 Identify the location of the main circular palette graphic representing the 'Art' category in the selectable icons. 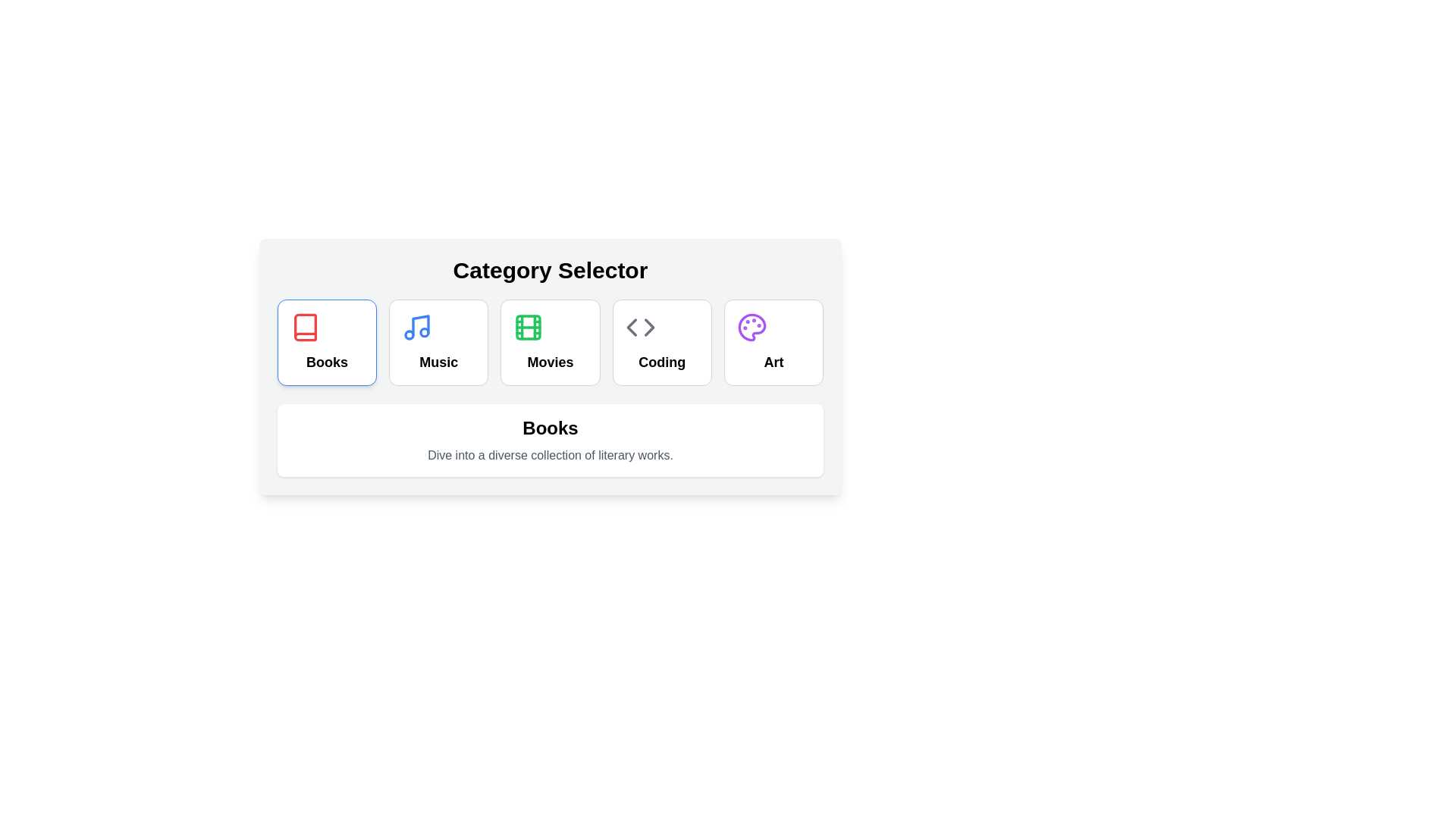
(752, 327).